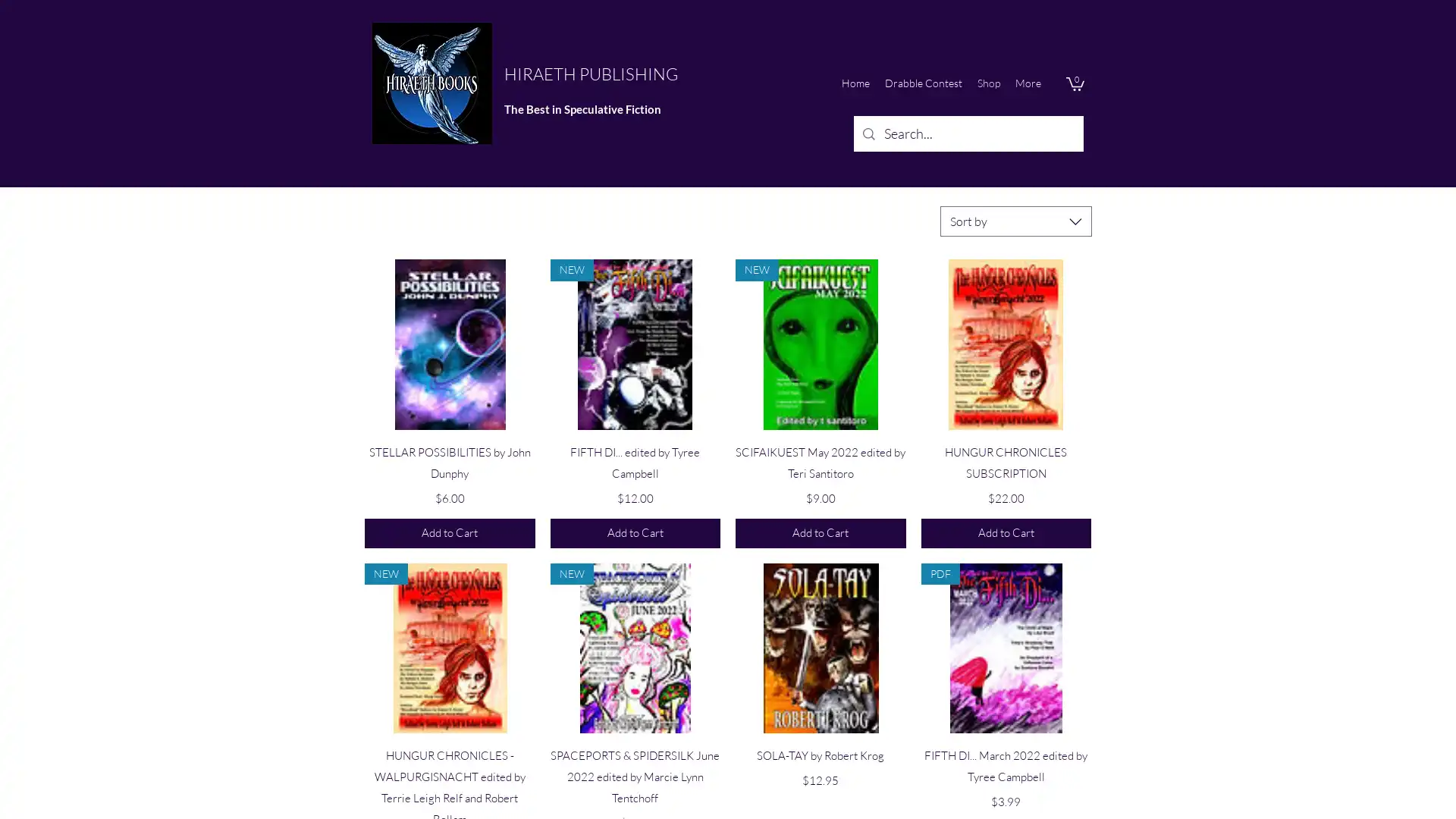 The image size is (1456, 819). Describe the element at coordinates (1006, 532) in the screenshot. I see `Add to Cart` at that location.